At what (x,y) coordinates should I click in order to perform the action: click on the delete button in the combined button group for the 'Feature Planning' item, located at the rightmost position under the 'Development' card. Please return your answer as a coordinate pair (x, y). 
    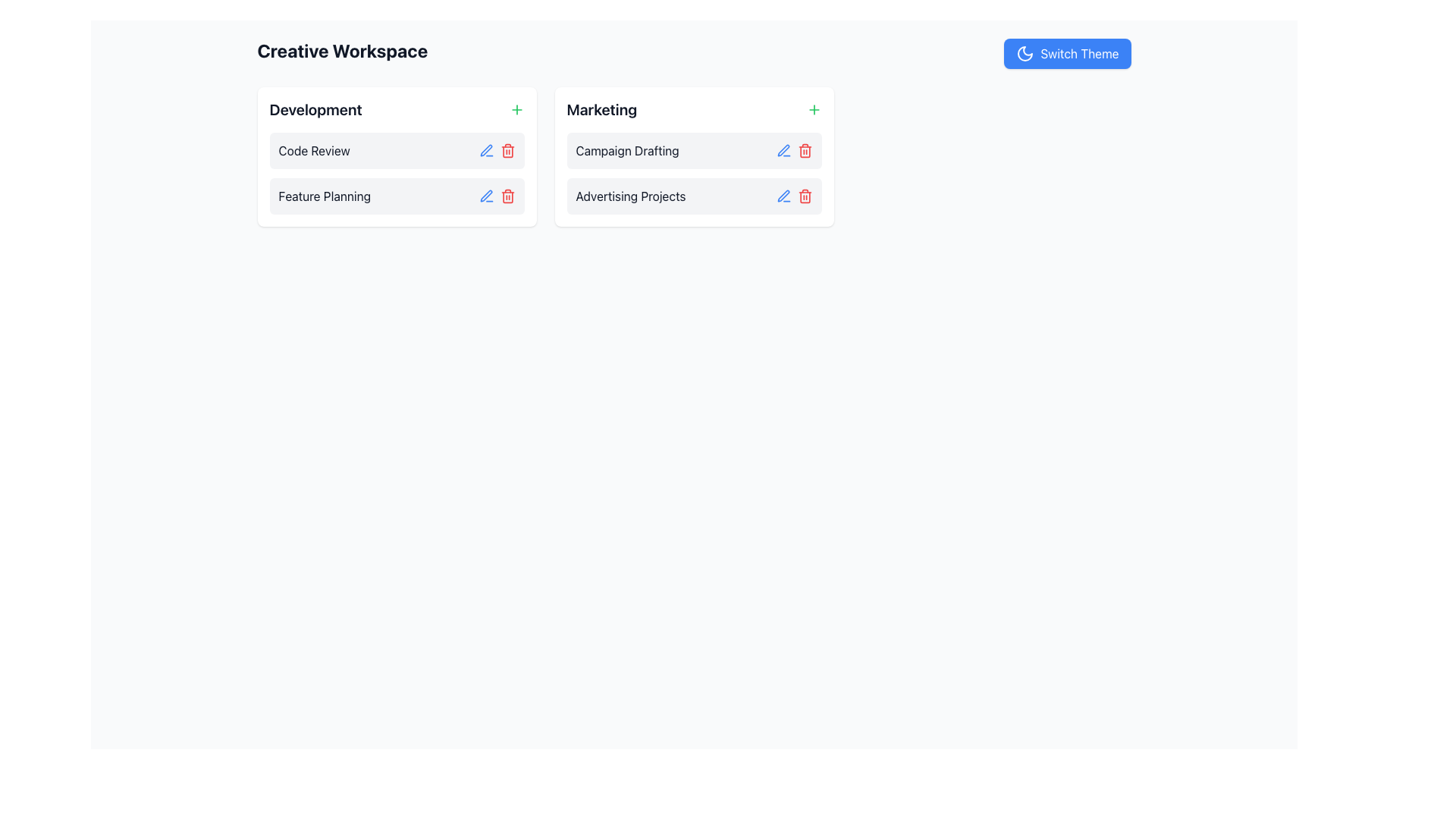
    Looking at the image, I should click on (497, 195).